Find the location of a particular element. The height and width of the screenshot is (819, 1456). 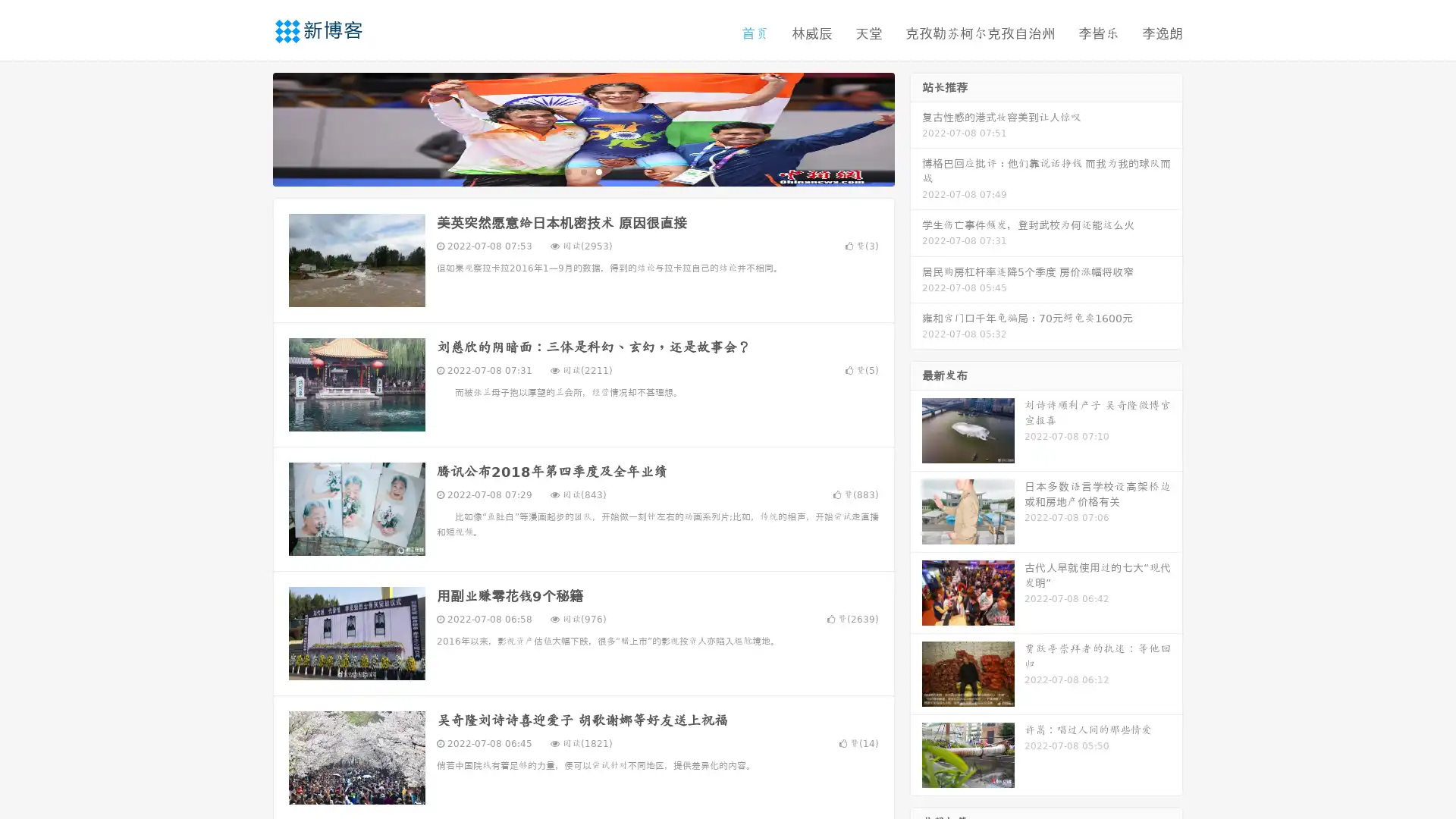

Go to slide 2 is located at coordinates (582, 171).